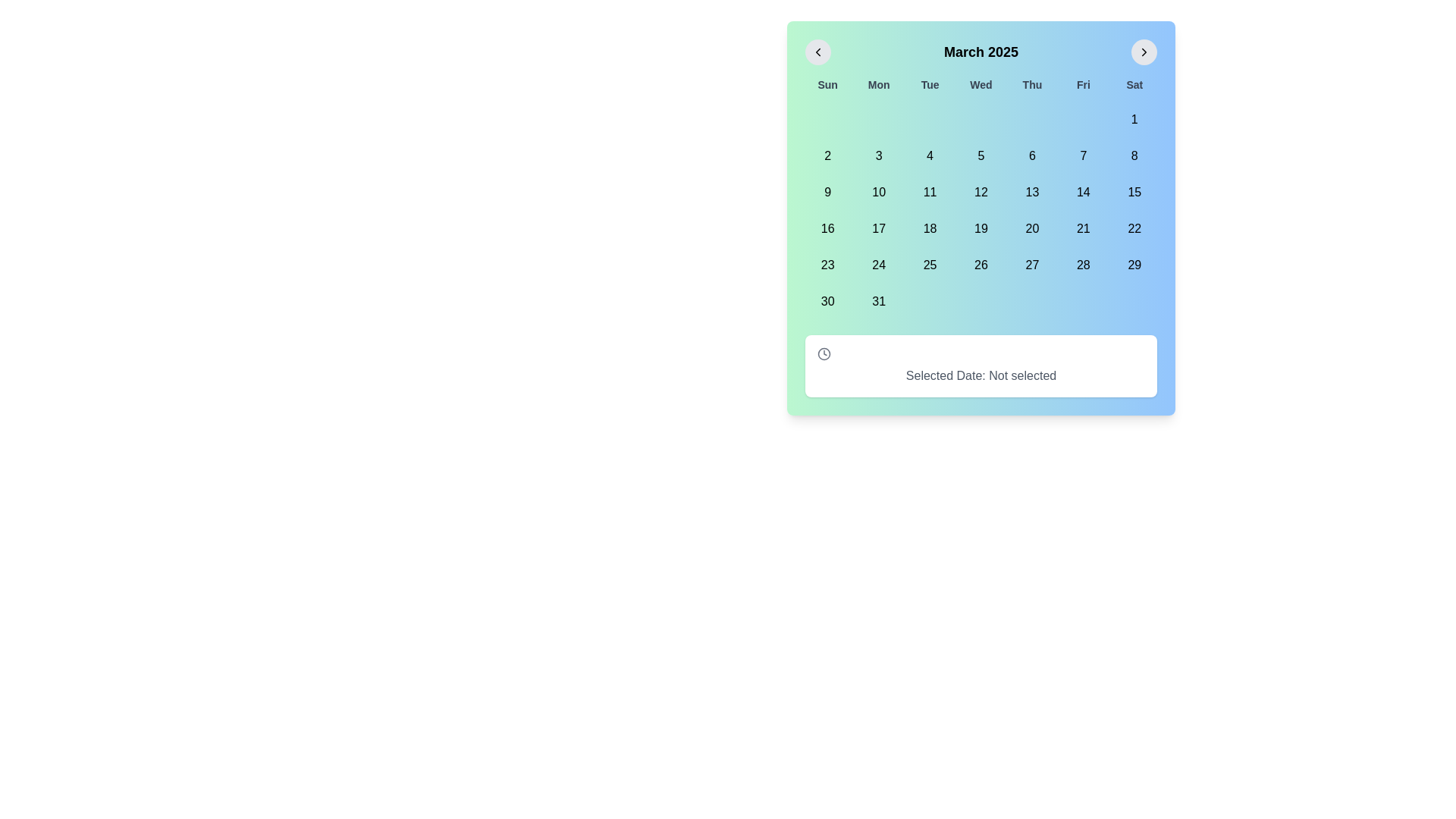 The image size is (1456, 819). Describe the element at coordinates (879, 228) in the screenshot. I see `the selectable date button located in the fourth row, second column of the calendar grid beneath the 'March 2025' header` at that location.